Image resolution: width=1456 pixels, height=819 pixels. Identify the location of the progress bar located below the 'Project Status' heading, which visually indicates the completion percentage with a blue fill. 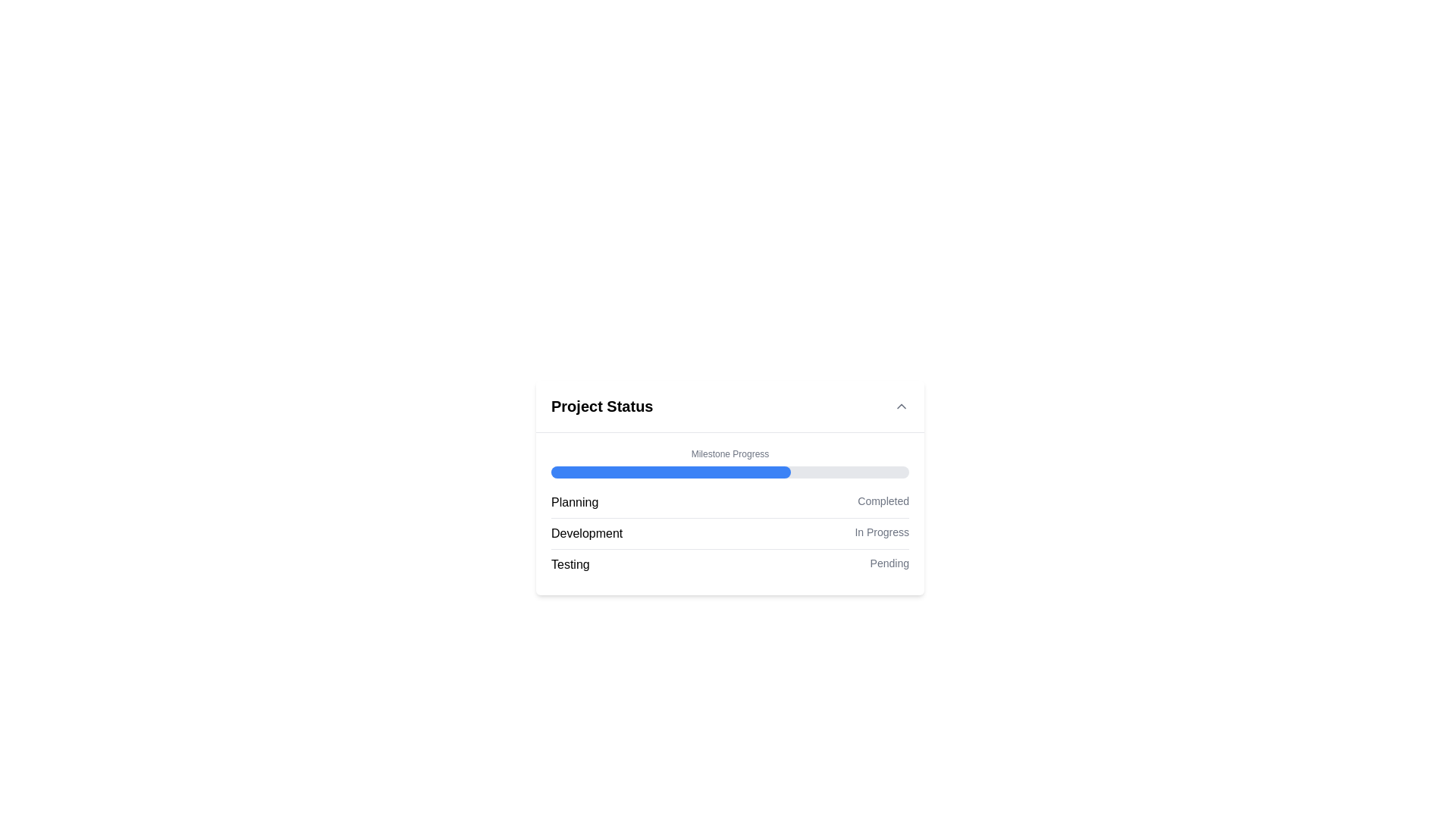
(730, 462).